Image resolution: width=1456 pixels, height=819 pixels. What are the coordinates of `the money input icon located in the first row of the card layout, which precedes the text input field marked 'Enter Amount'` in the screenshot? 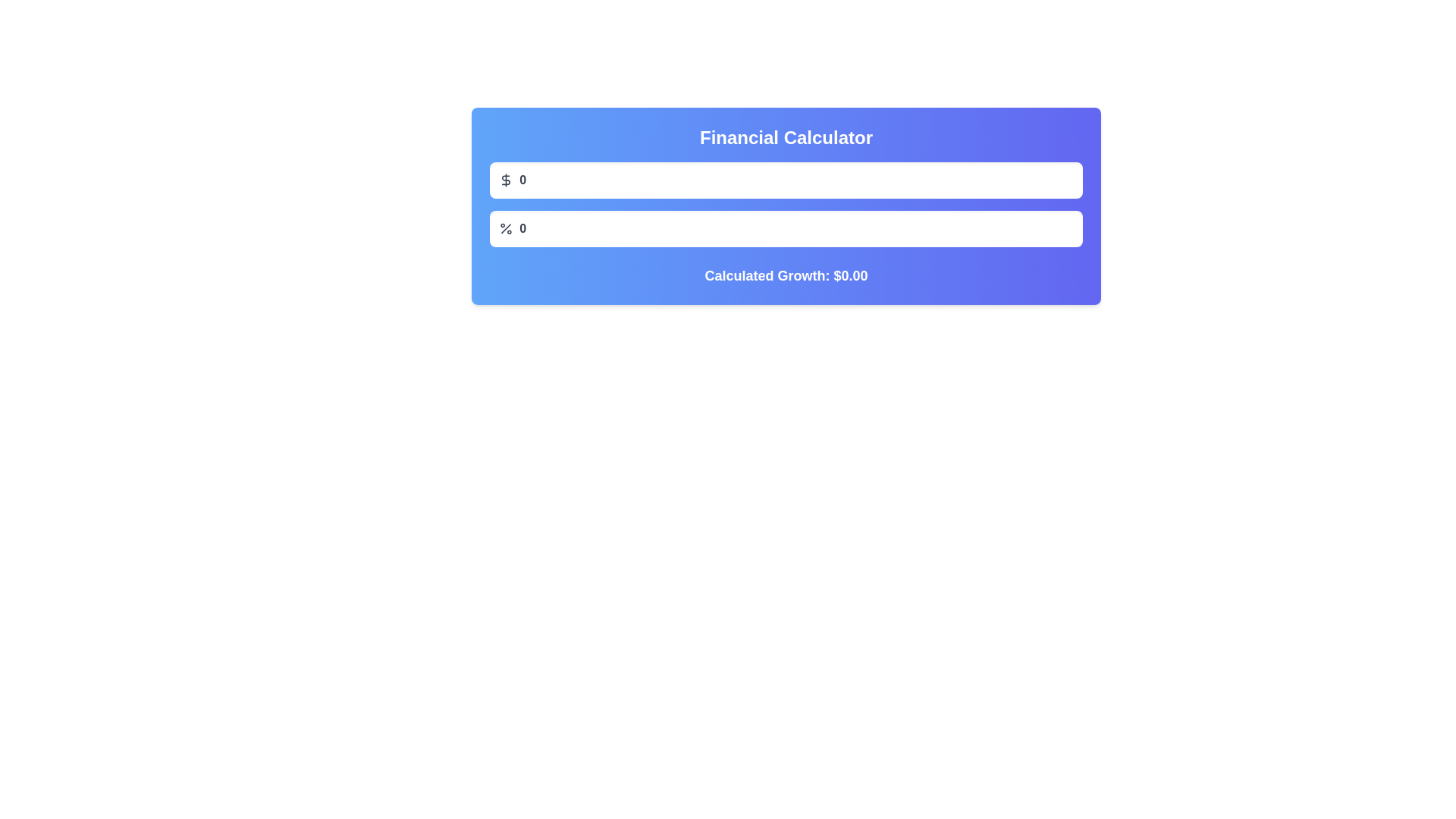 It's located at (506, 180).